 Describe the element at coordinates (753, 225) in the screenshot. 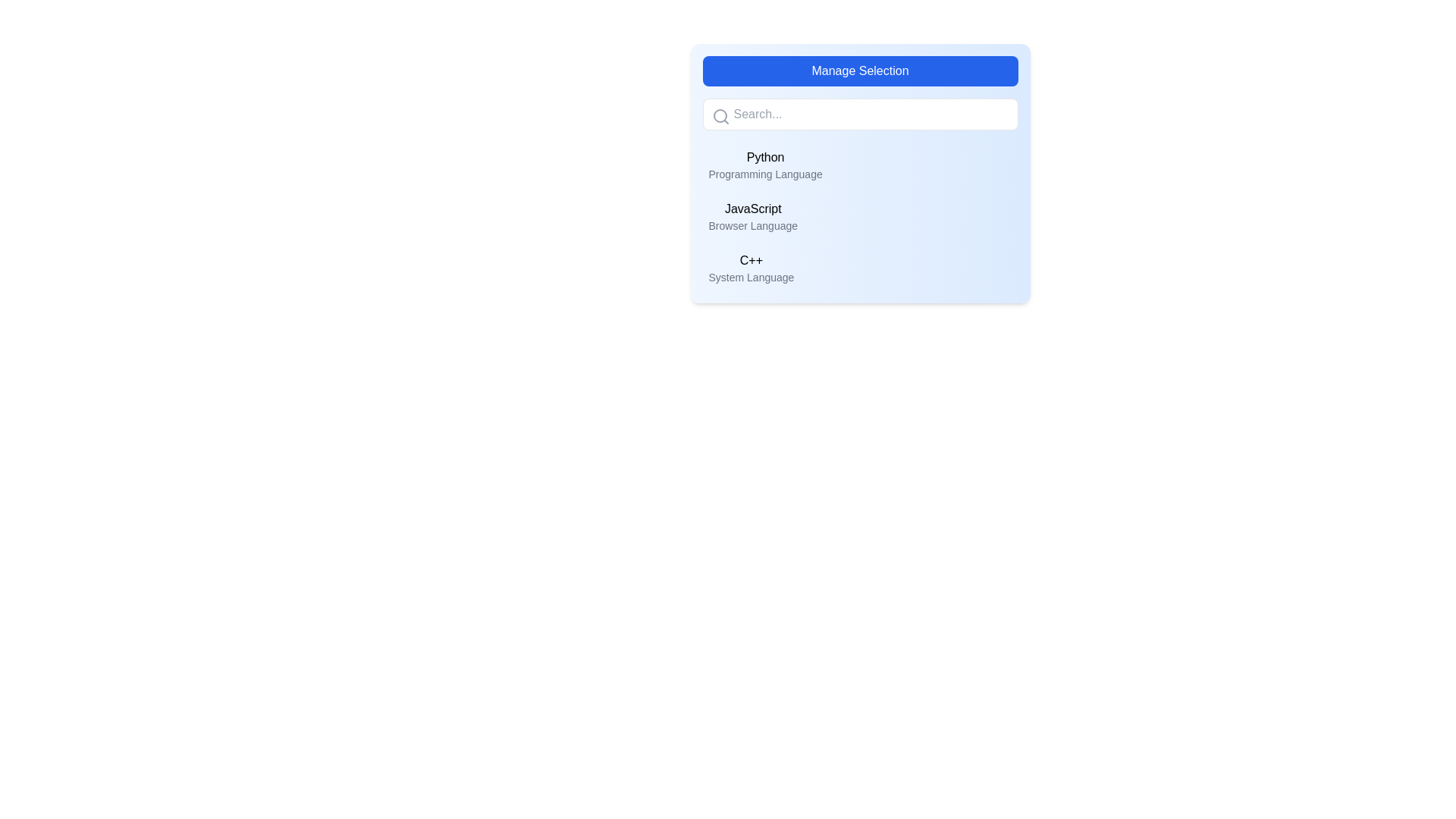

I see `the text label element reading 'Browser Language' which is styled in light gray and positioned directly below the bold 'JavaScript' text` at that location.